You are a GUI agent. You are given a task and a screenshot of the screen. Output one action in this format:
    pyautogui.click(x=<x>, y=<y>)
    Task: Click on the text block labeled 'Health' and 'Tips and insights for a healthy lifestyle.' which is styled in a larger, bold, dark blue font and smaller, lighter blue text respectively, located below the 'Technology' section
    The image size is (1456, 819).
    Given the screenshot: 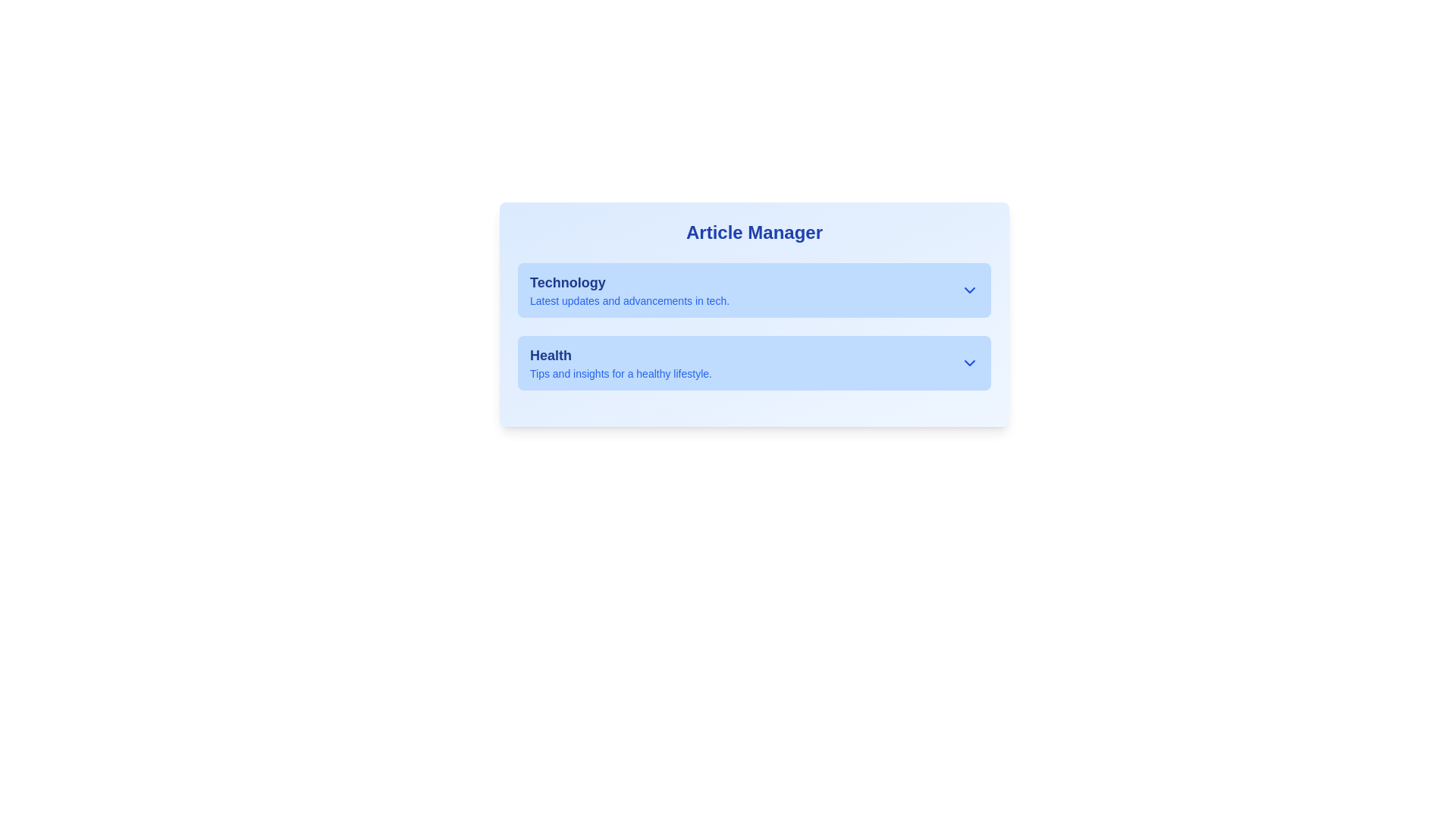 What is the action you would take?
    pyautogui.click(x=620, y=362)
    